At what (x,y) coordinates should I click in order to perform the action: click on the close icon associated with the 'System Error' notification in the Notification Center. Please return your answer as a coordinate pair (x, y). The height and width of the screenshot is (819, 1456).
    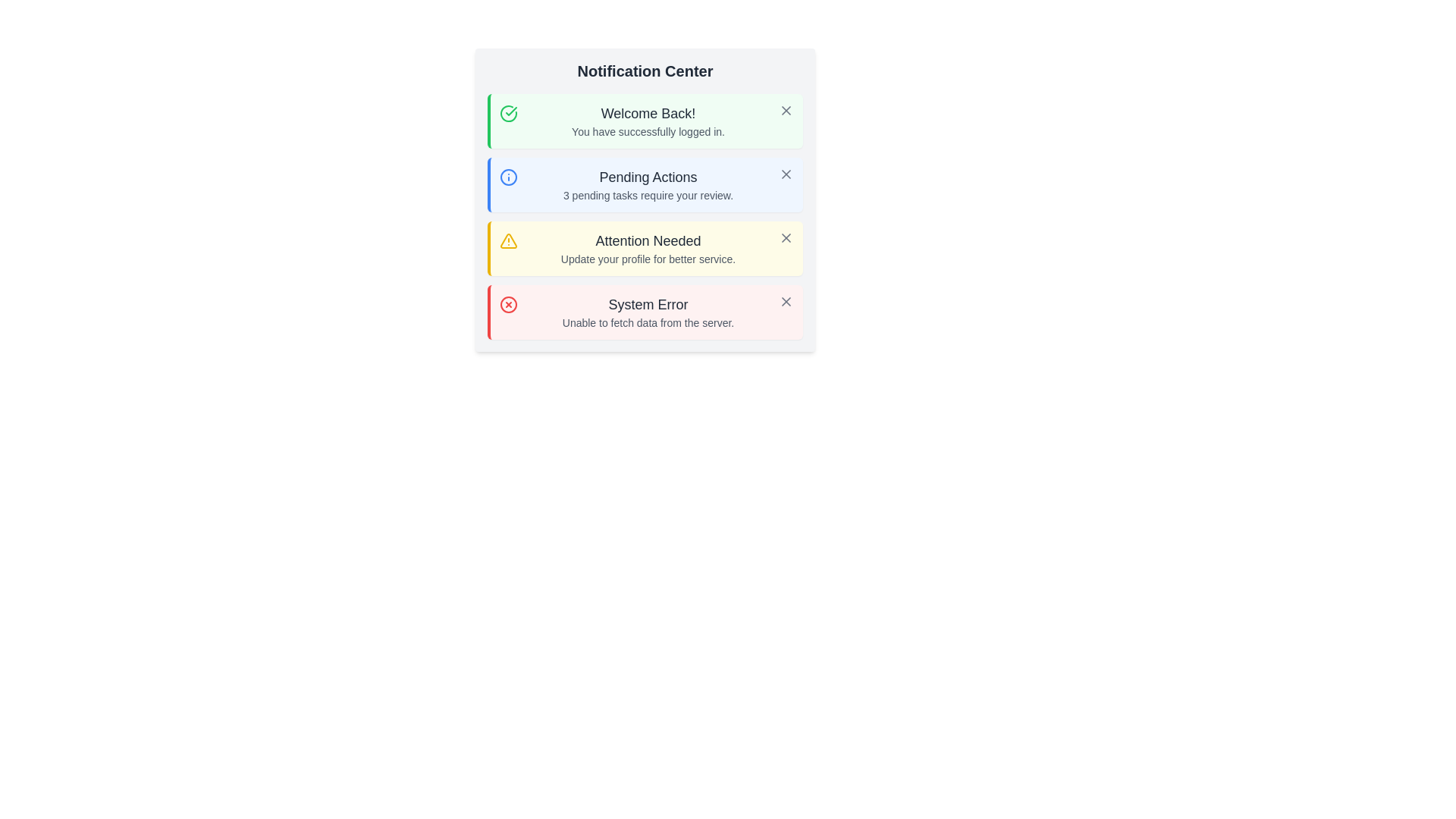
    Looking at the image, I should click on (786, 301).